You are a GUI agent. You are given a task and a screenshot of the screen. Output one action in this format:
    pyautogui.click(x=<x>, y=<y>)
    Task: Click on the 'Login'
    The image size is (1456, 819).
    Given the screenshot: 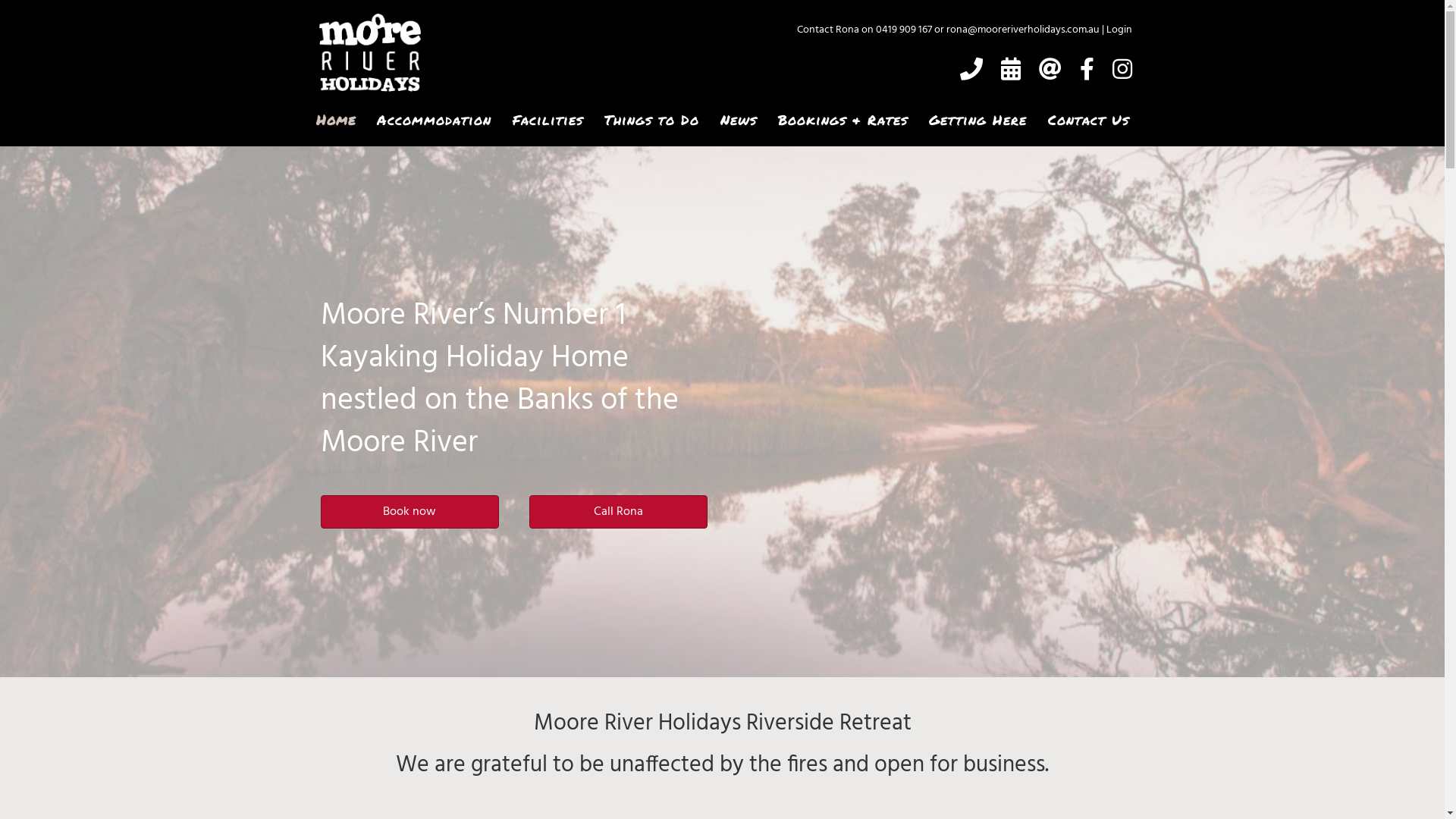 What is the action you would take?
    pyautogui.click(x=1118, y=30)
    